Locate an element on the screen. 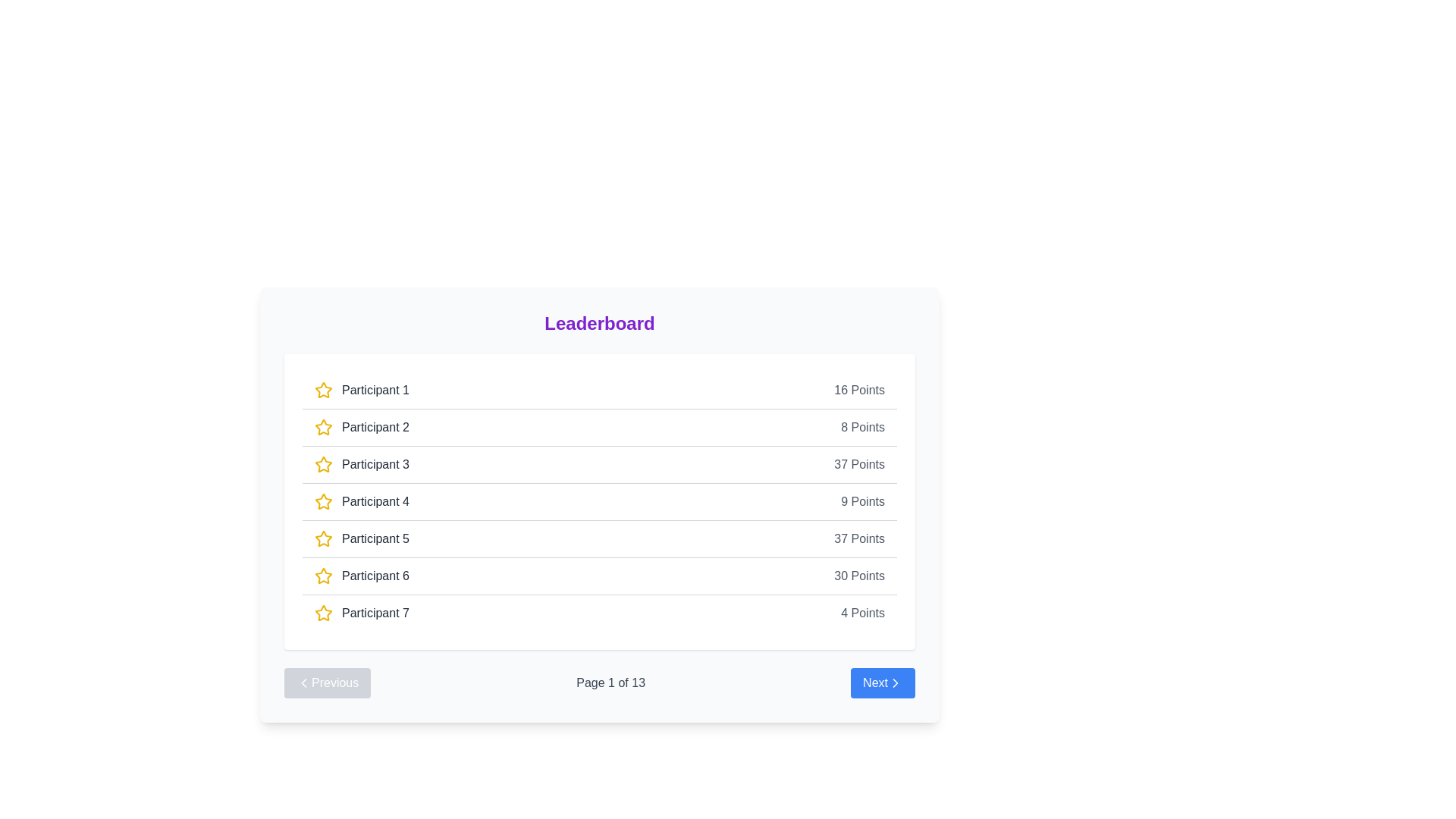  the star-shaped icon located beside the text 'Participant 2' in the second row of the leaderboard is located at coordinates (323, 427).